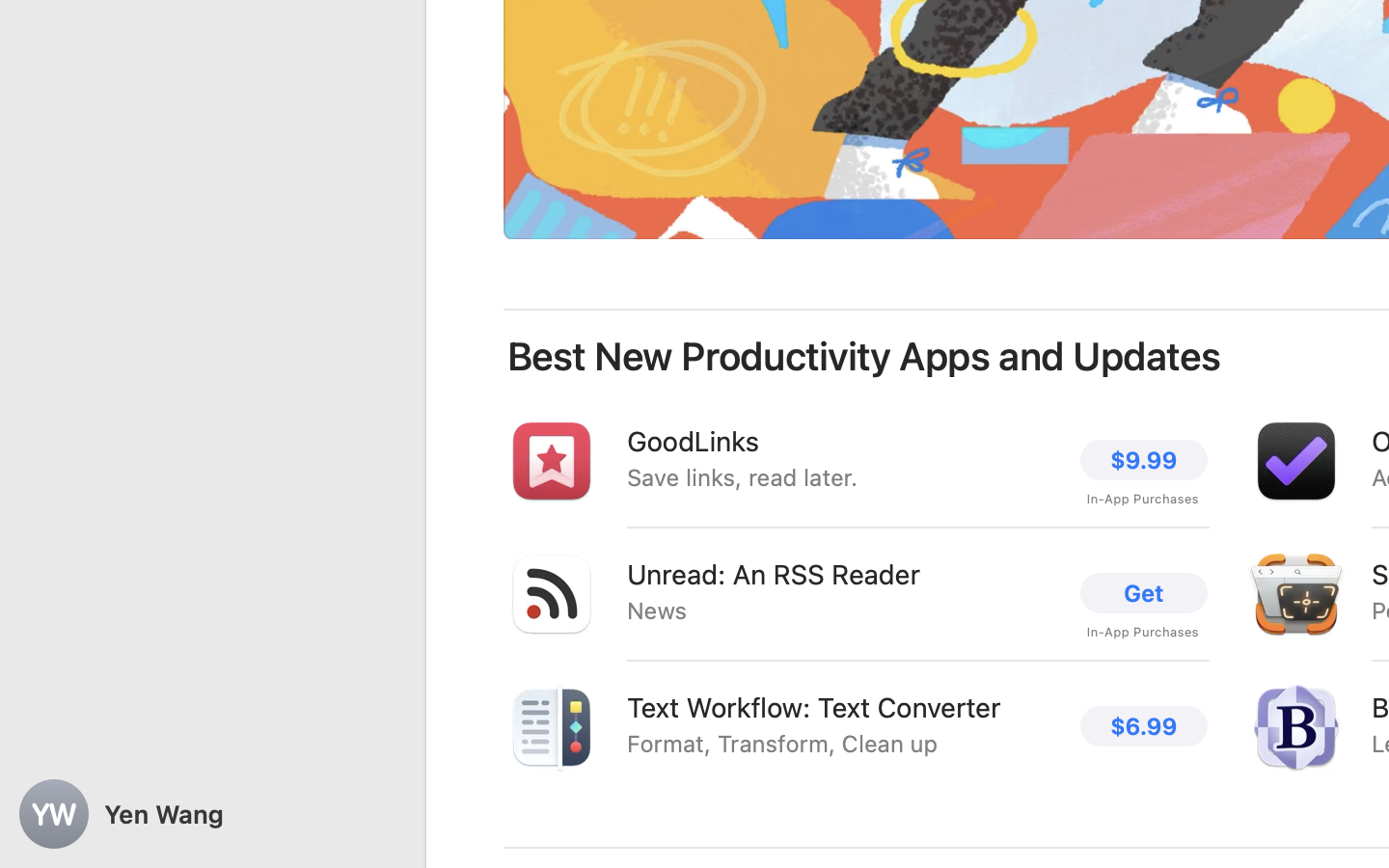  I want to click on 'Yen Wang', so click(212, 814).